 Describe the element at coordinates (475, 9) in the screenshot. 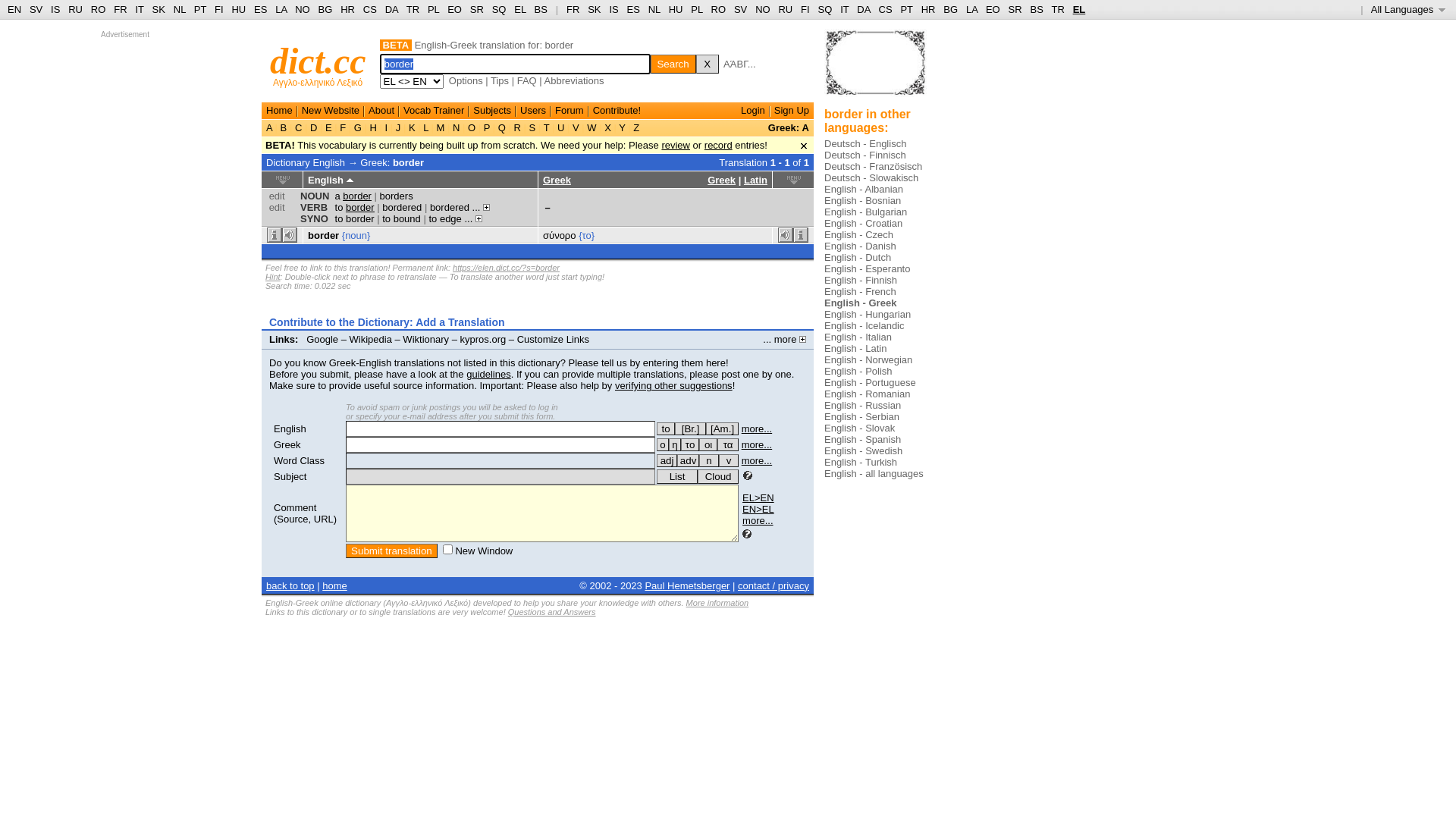

I see `'SR'` at that location.